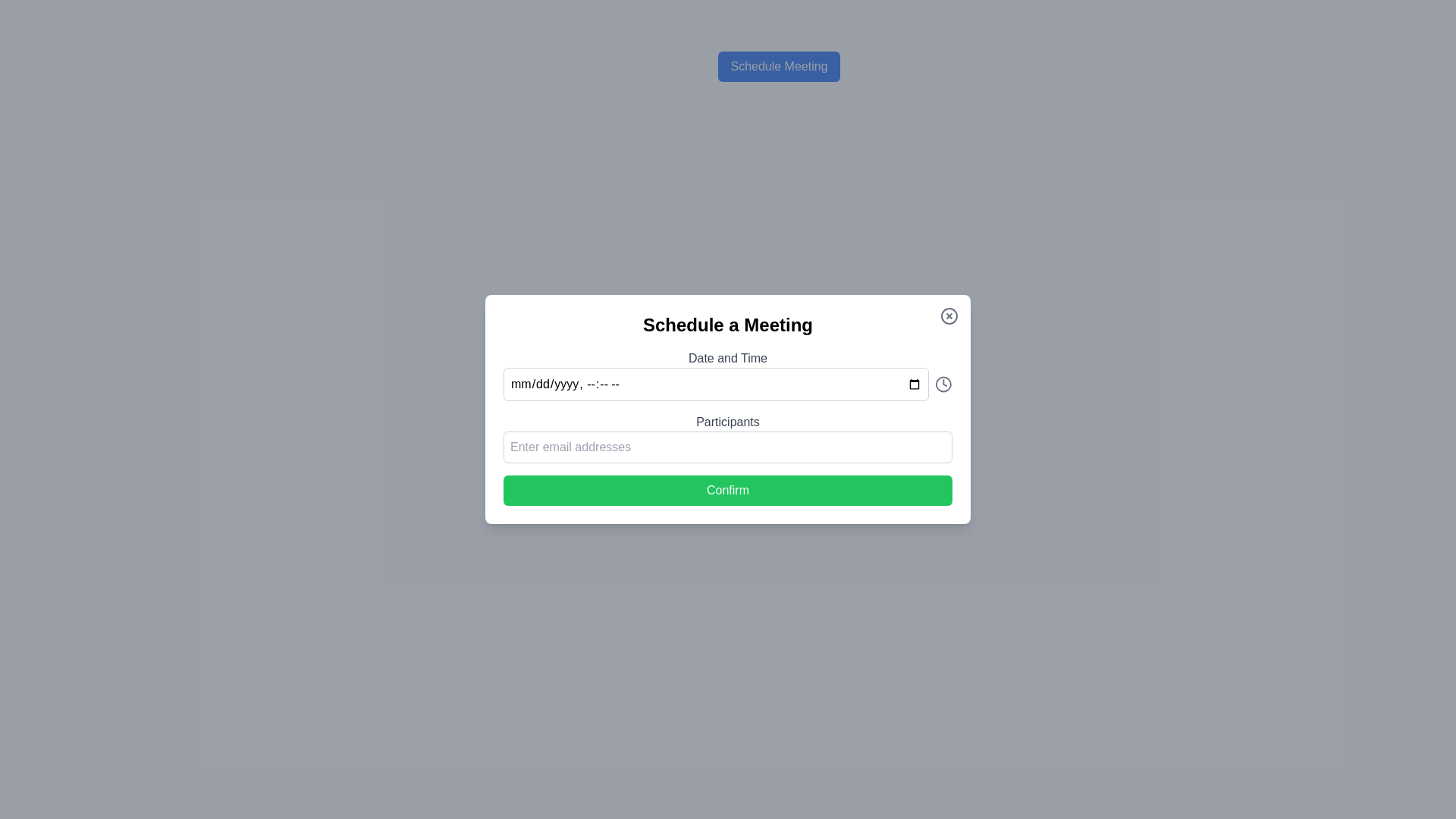 Image resolution: width=1456 pixels, height=819 pixels. Describe the element at coordinates (728, 438) in the screenshot. I see `the input field labeled 'Participants' with the placeholder 'Enter email addresses' to focus on it` at that location.